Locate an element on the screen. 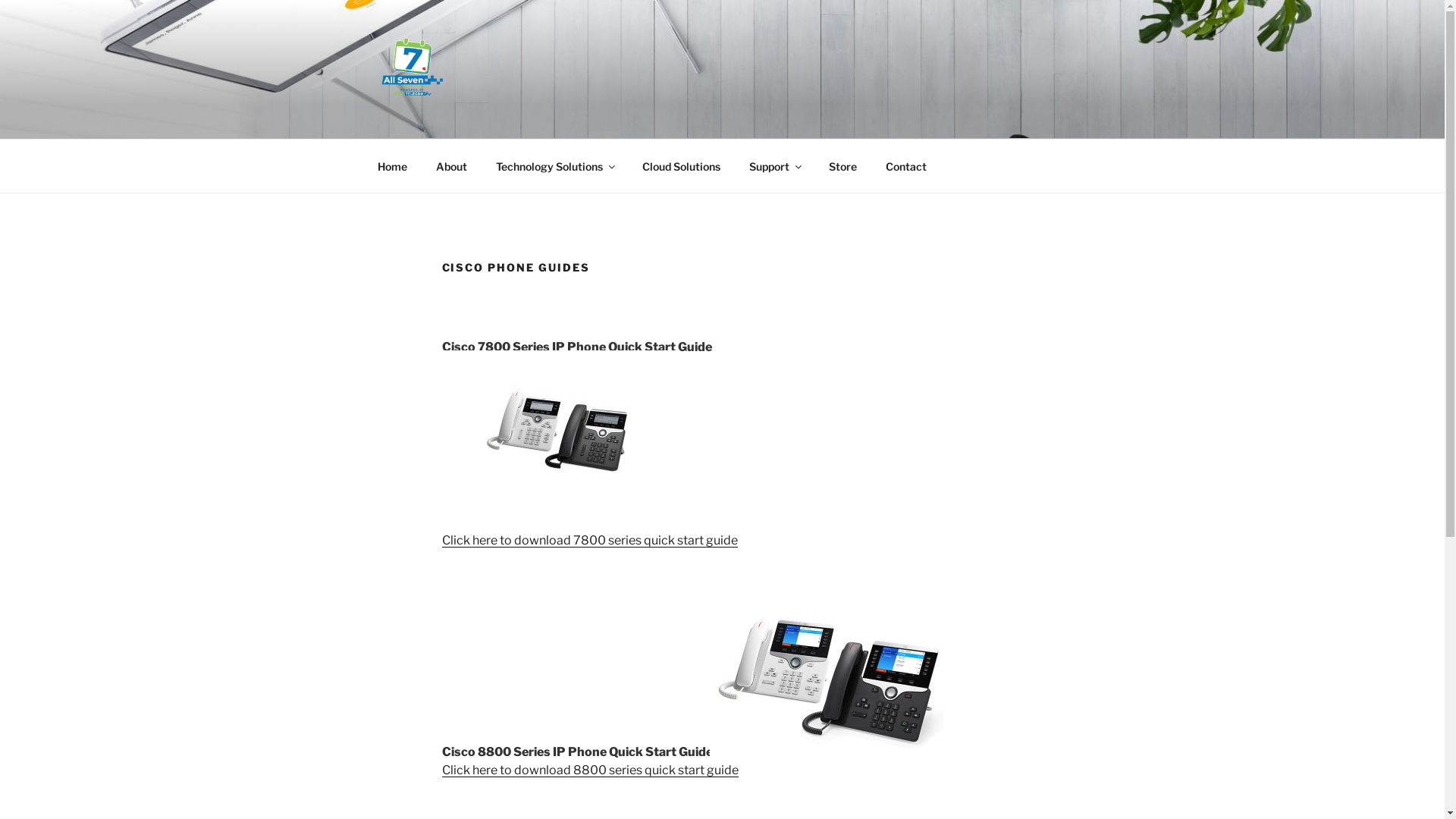 This screenshot has width=1456, height=819. 'Cloud Solutions' is located at coordinates (629, 165).